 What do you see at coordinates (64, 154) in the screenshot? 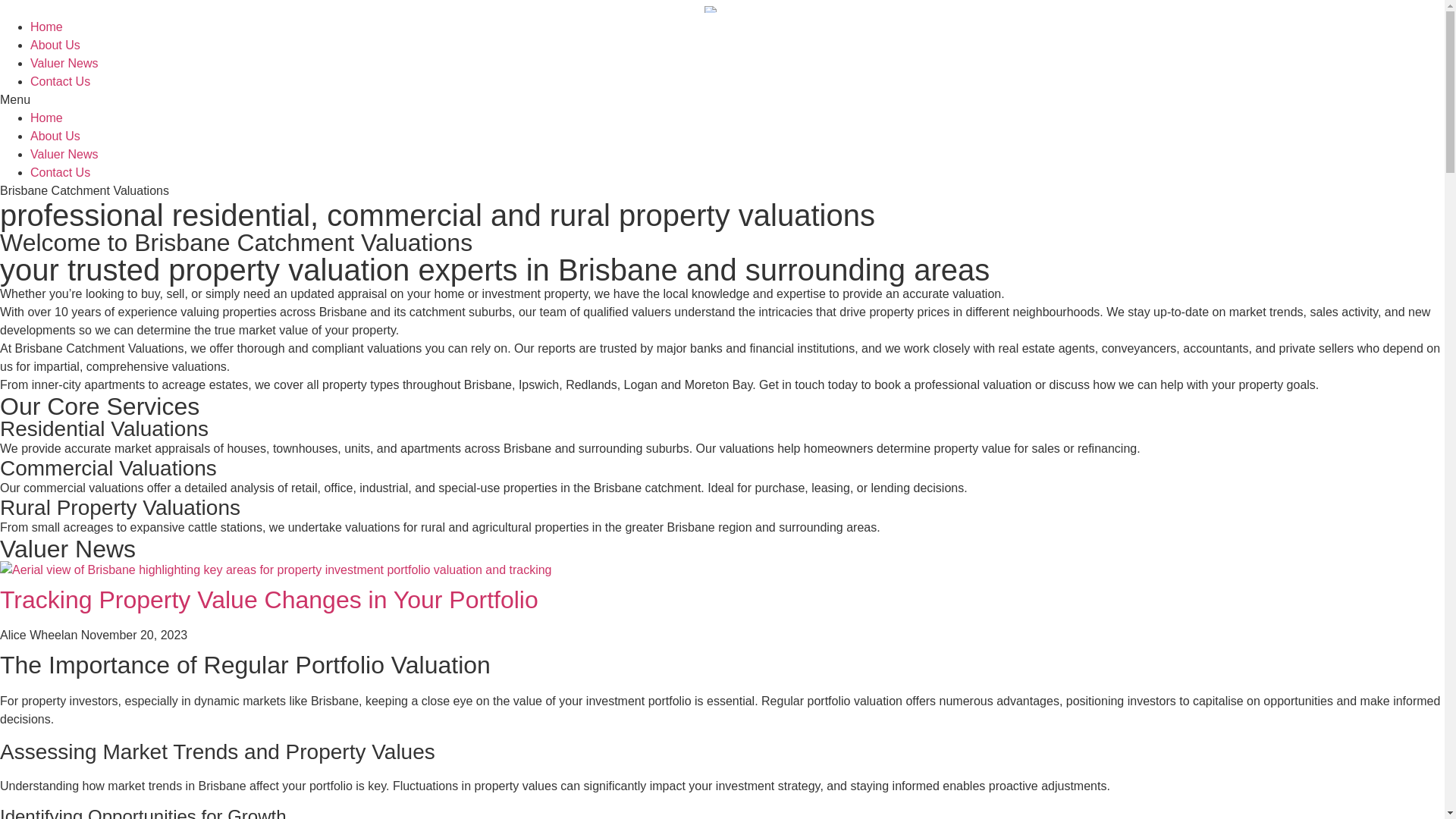
I see `'Valuer News'` at bounding box center [64, 154].